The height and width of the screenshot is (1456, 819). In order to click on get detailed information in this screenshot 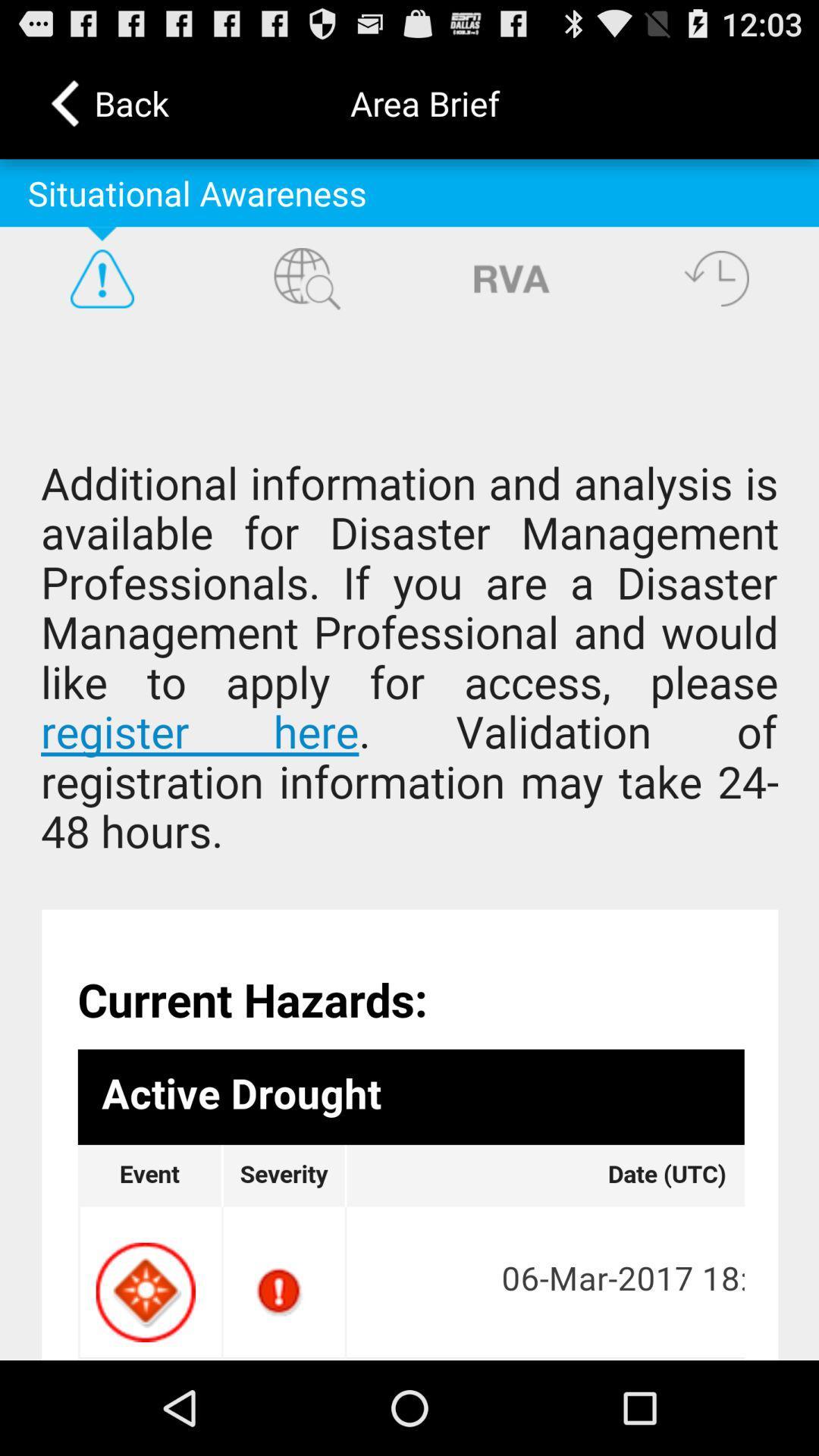, I will do `click(409, 844)`.